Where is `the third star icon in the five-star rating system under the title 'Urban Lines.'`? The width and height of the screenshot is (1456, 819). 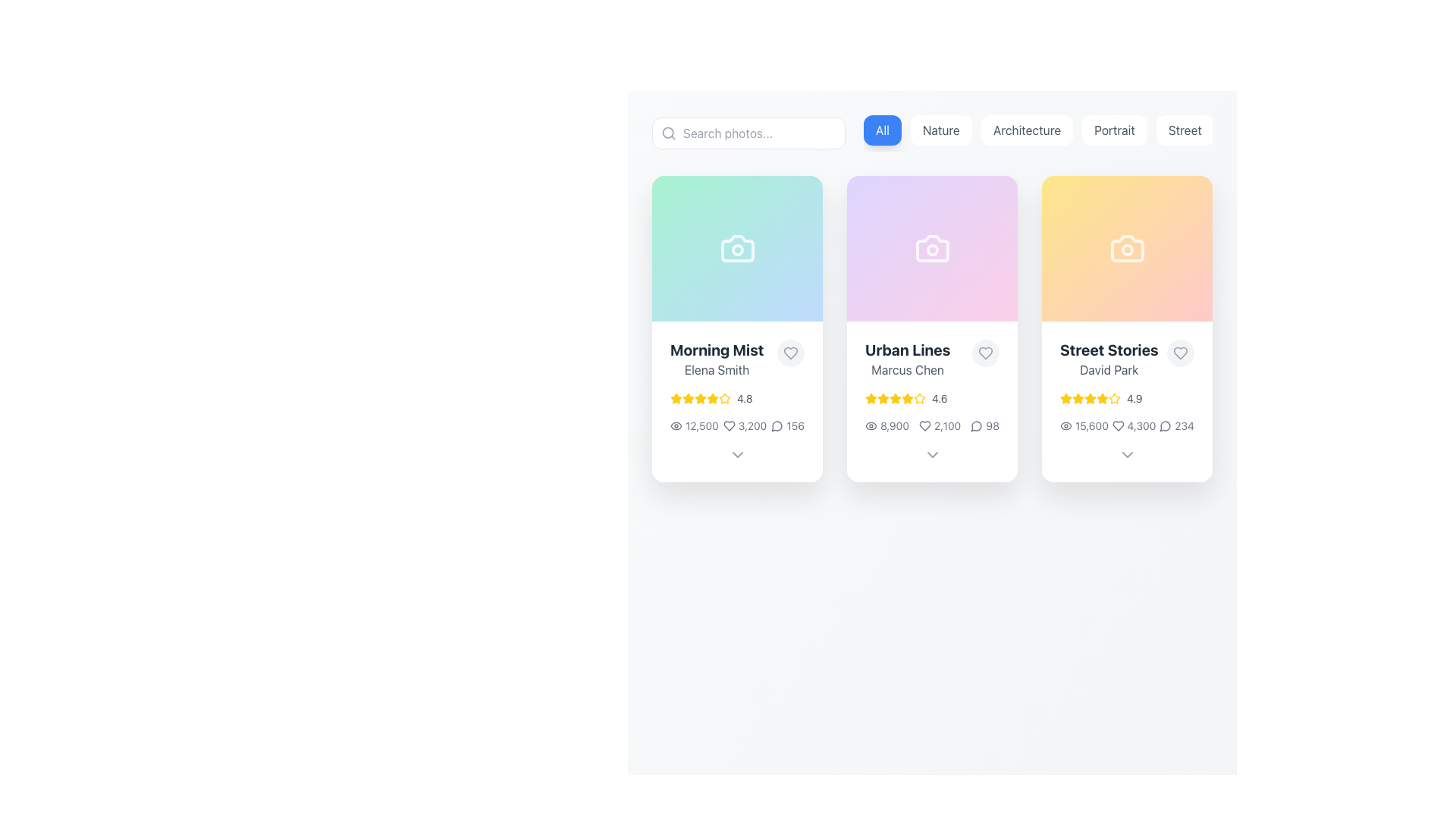 the third star icon in the five-star rating system under the title 'Urban Lines.' is located at coordinates (895, 397).